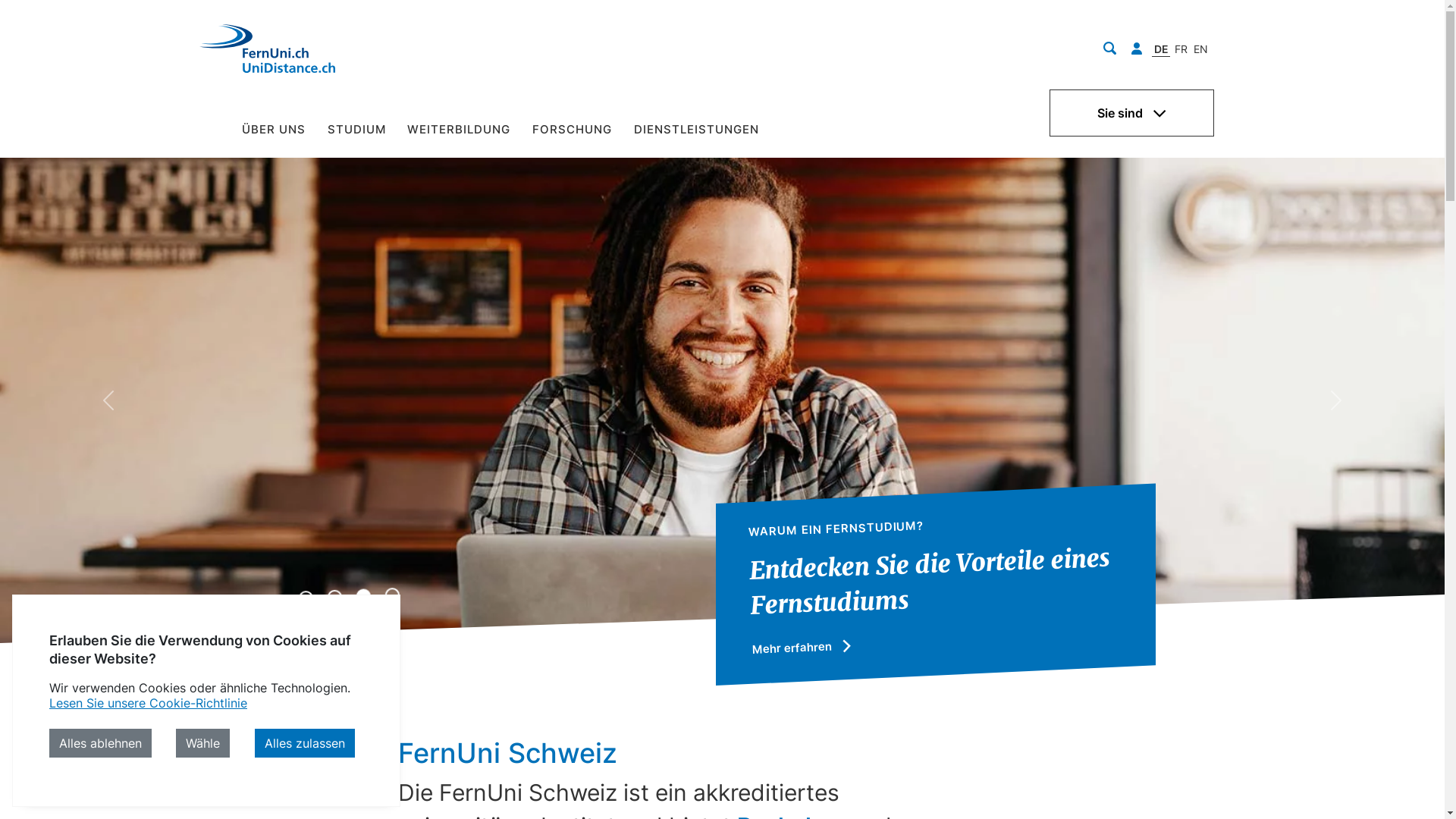  I want to click on 'FORSCHUNG', so click(571, 133).